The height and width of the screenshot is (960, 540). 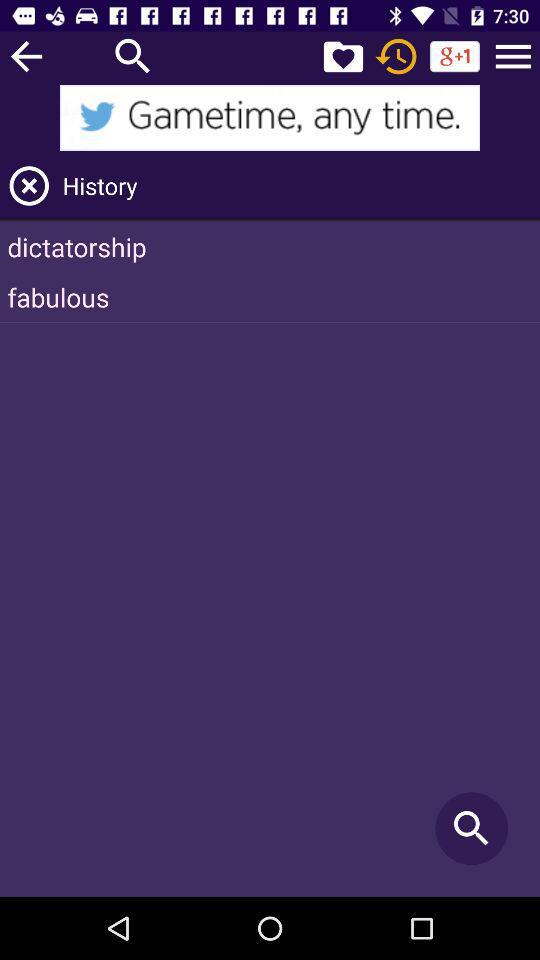 What do you see at coordinates (396, 55) in the screenshot?
I see `history` at bounding box center [396, 55].